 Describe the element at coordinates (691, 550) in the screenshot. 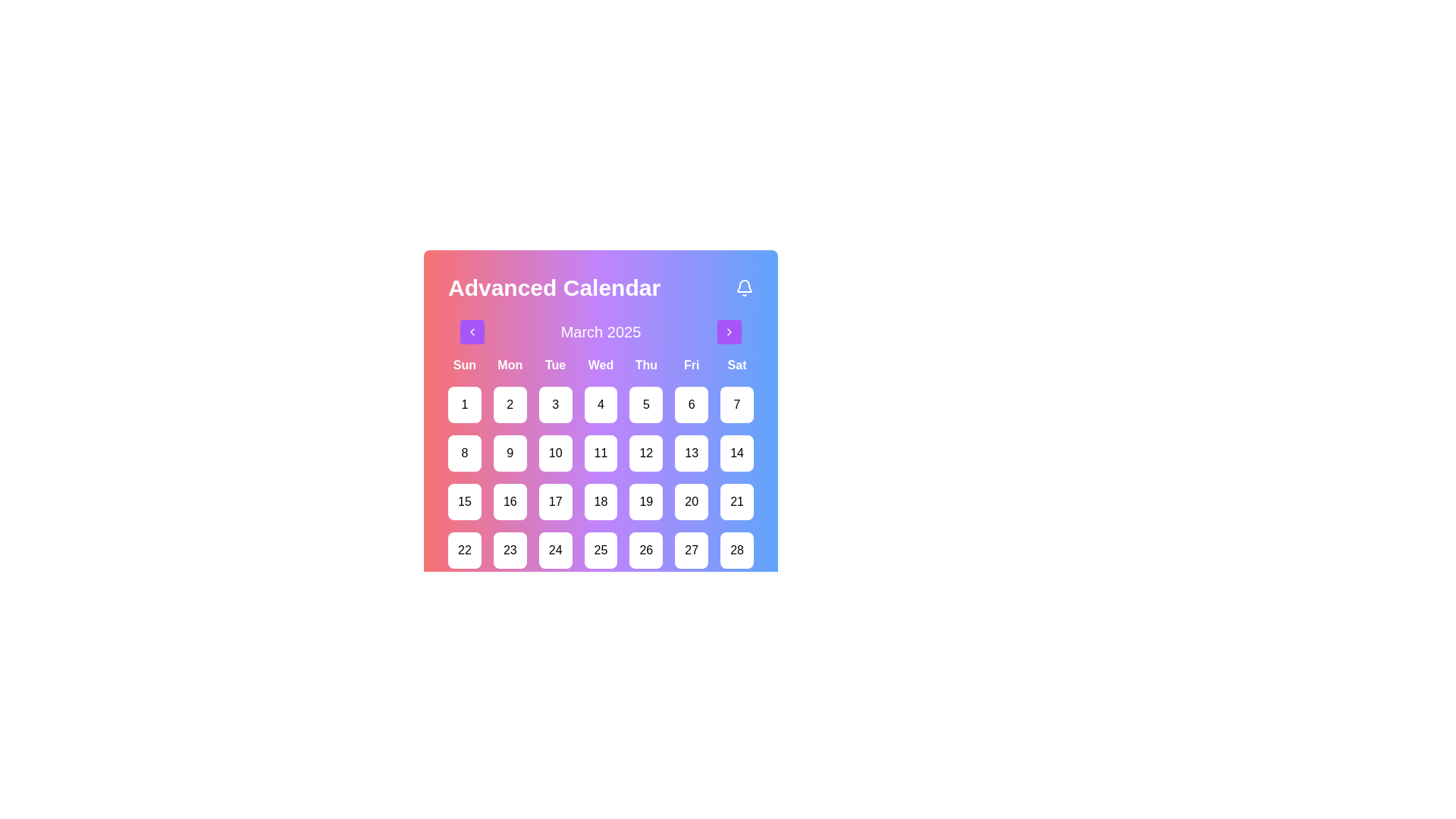

I see `the button representing the 27th day in the calendar, located in the sixth column and fifth row of the grid layout` at that location.